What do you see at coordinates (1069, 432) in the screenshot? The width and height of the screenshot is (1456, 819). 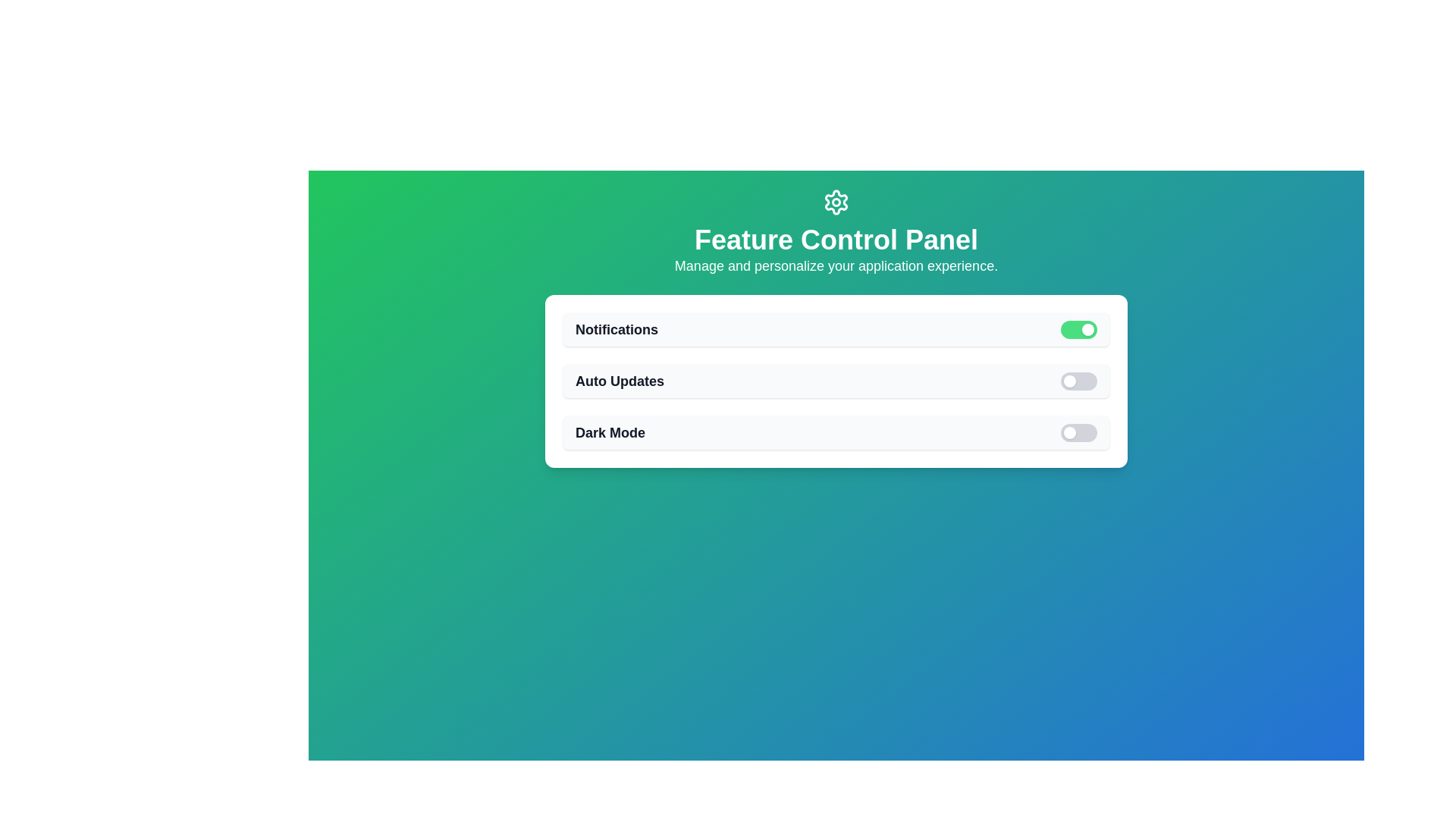 I see `the circular toggle indicator within the toggle switch located in the 'Feature Control Panel' section` at bounding box center [1069, 432].